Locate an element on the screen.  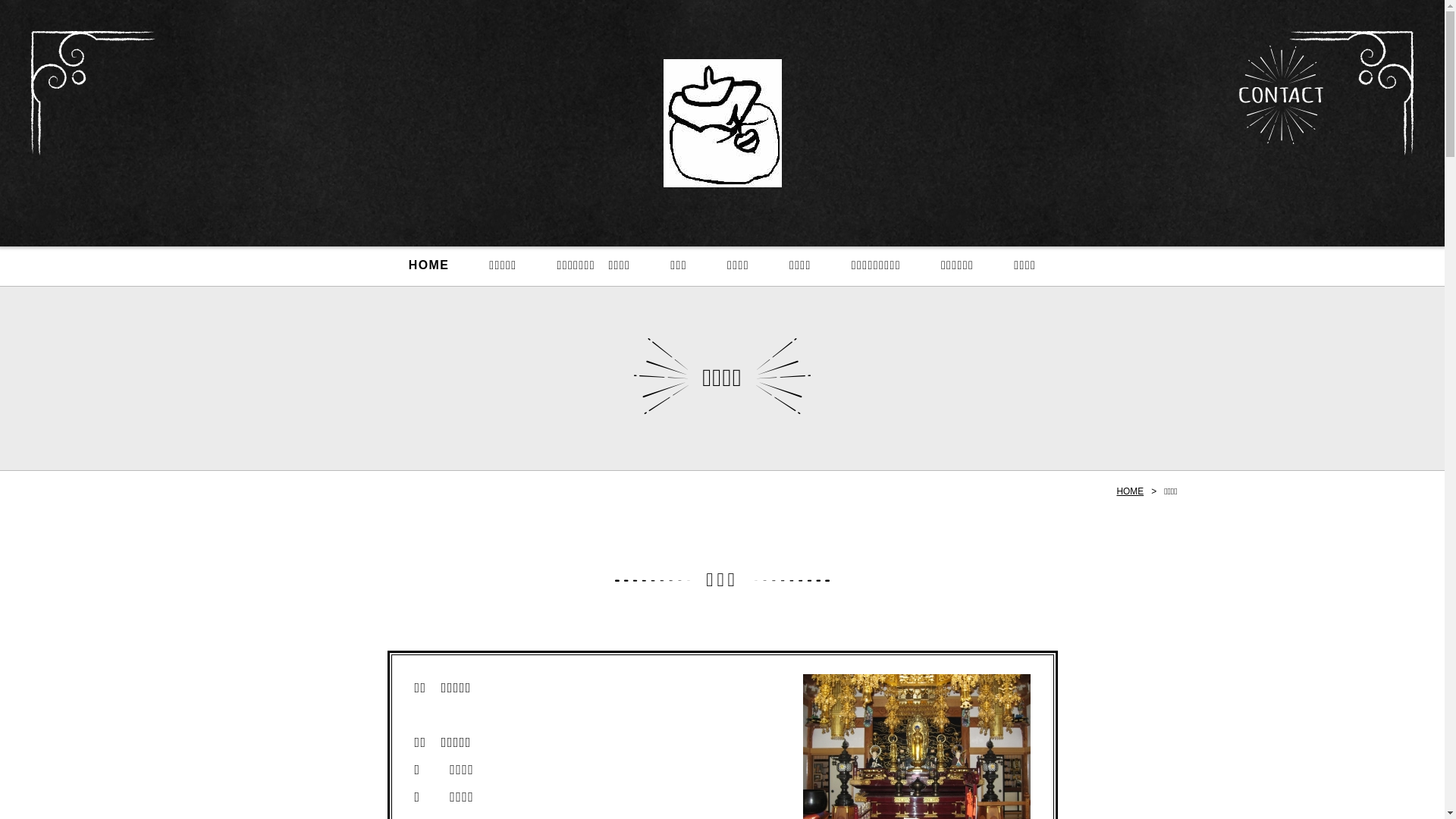
'HOME' is located at coordinates (428, 265).